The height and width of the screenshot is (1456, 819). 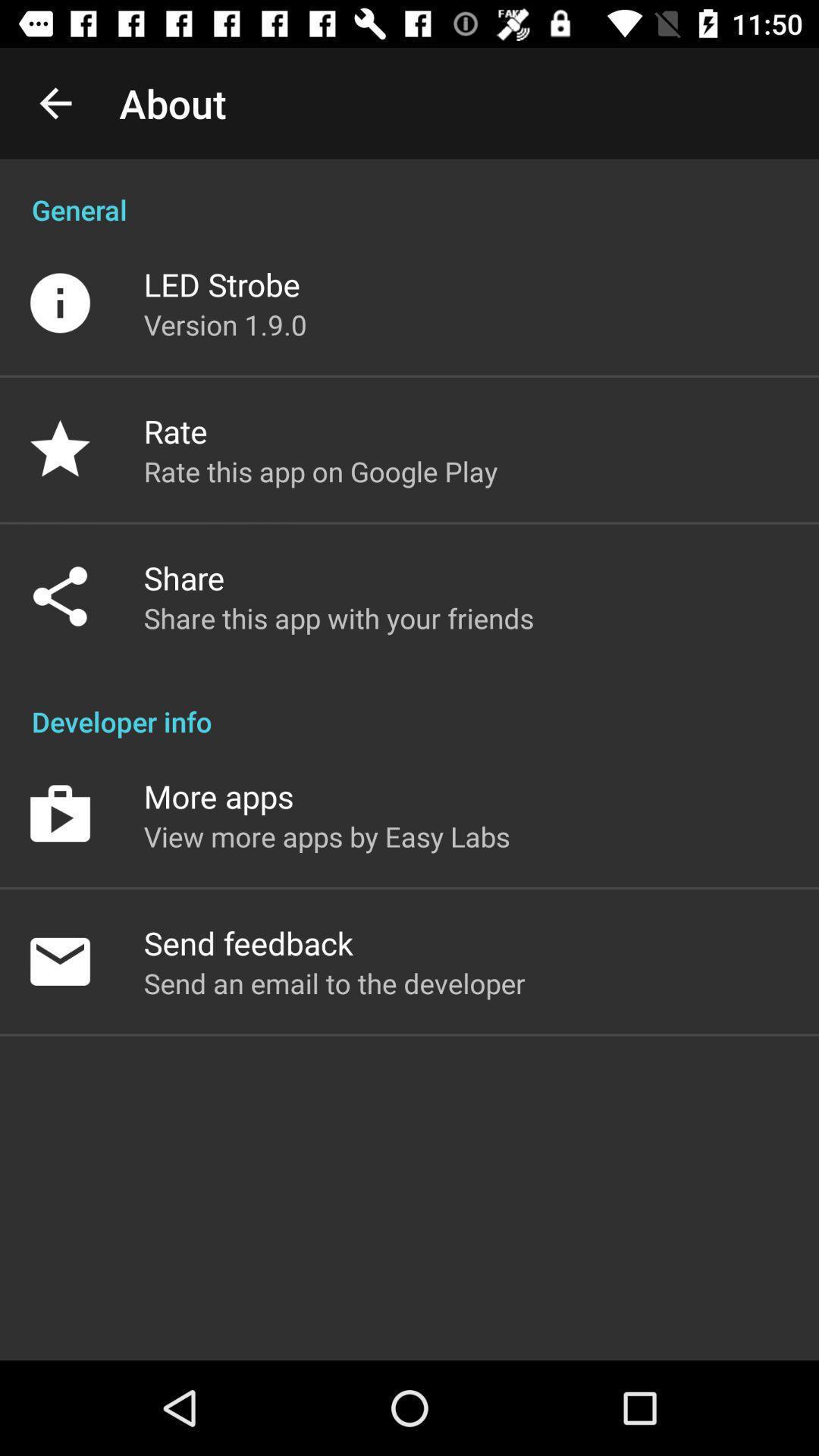 I want to click on icon below the view more apps item, so click(x=247, y=942).